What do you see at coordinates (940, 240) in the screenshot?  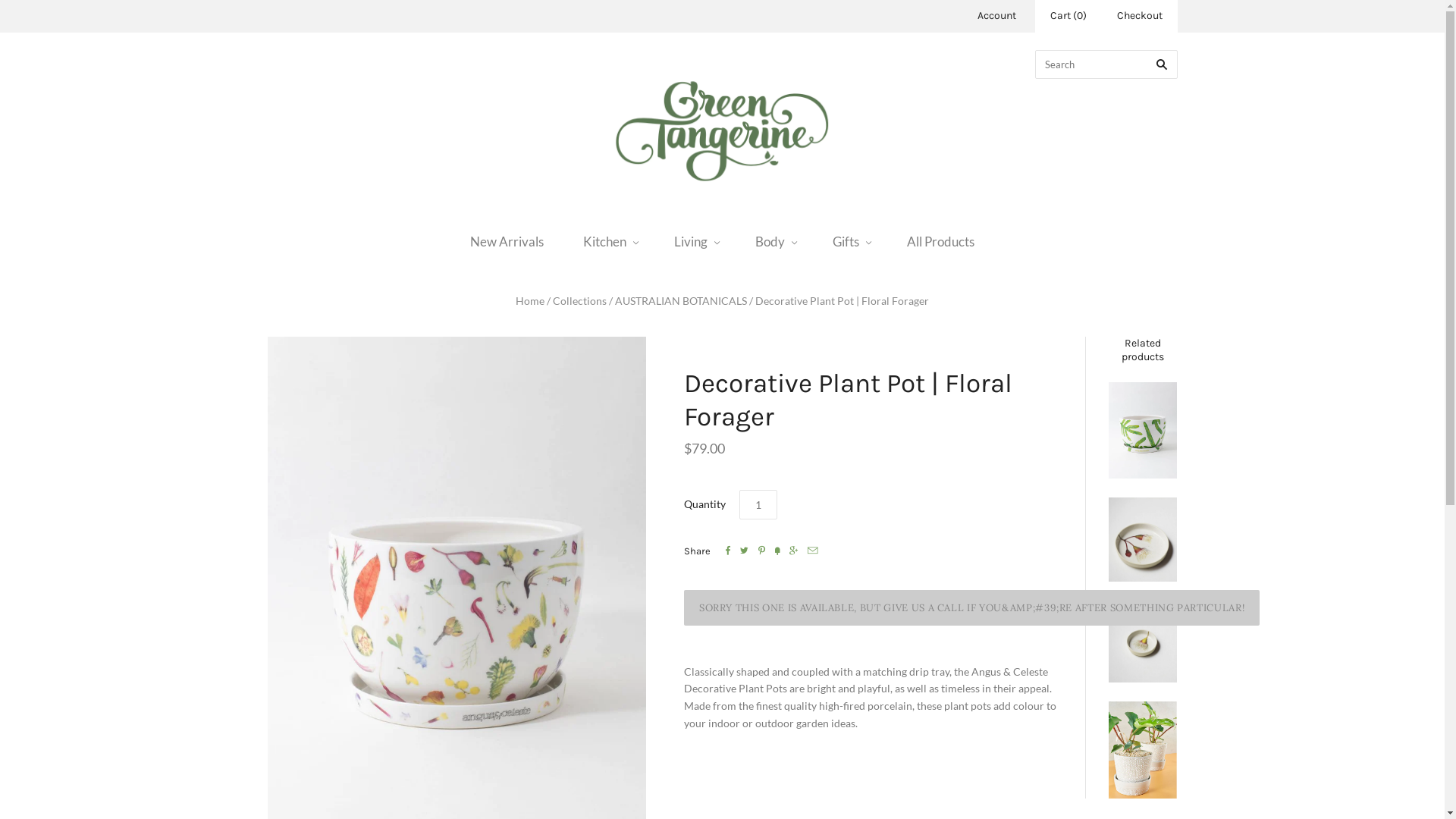 I see `'All Products'` at bounding box center [940, 240].